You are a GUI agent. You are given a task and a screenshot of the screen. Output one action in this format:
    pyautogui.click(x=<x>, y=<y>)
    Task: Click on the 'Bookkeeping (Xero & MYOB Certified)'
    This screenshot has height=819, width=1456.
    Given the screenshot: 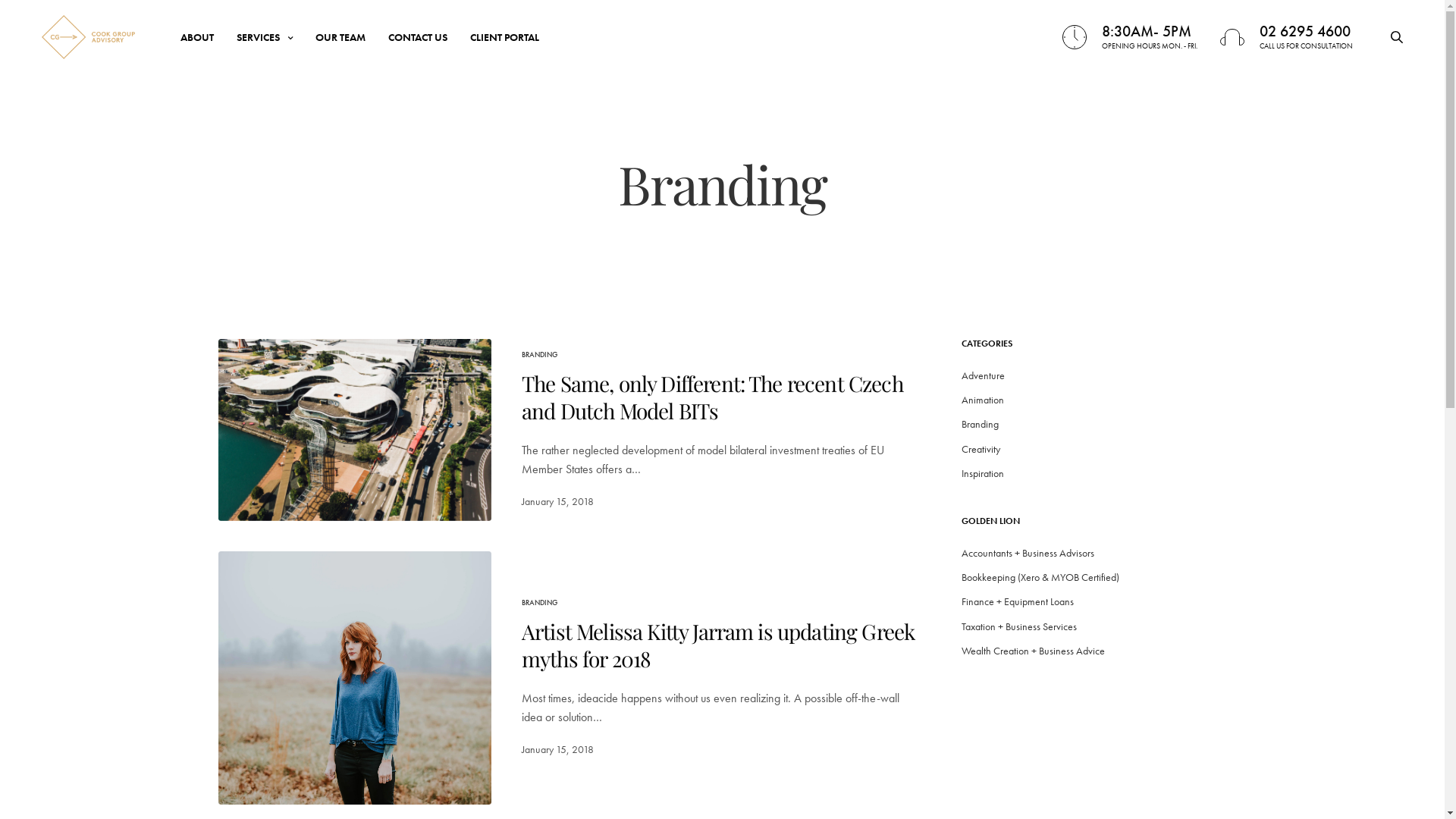 What is the action you would take?
    pyautogui.click(x=1040, y=576)
    